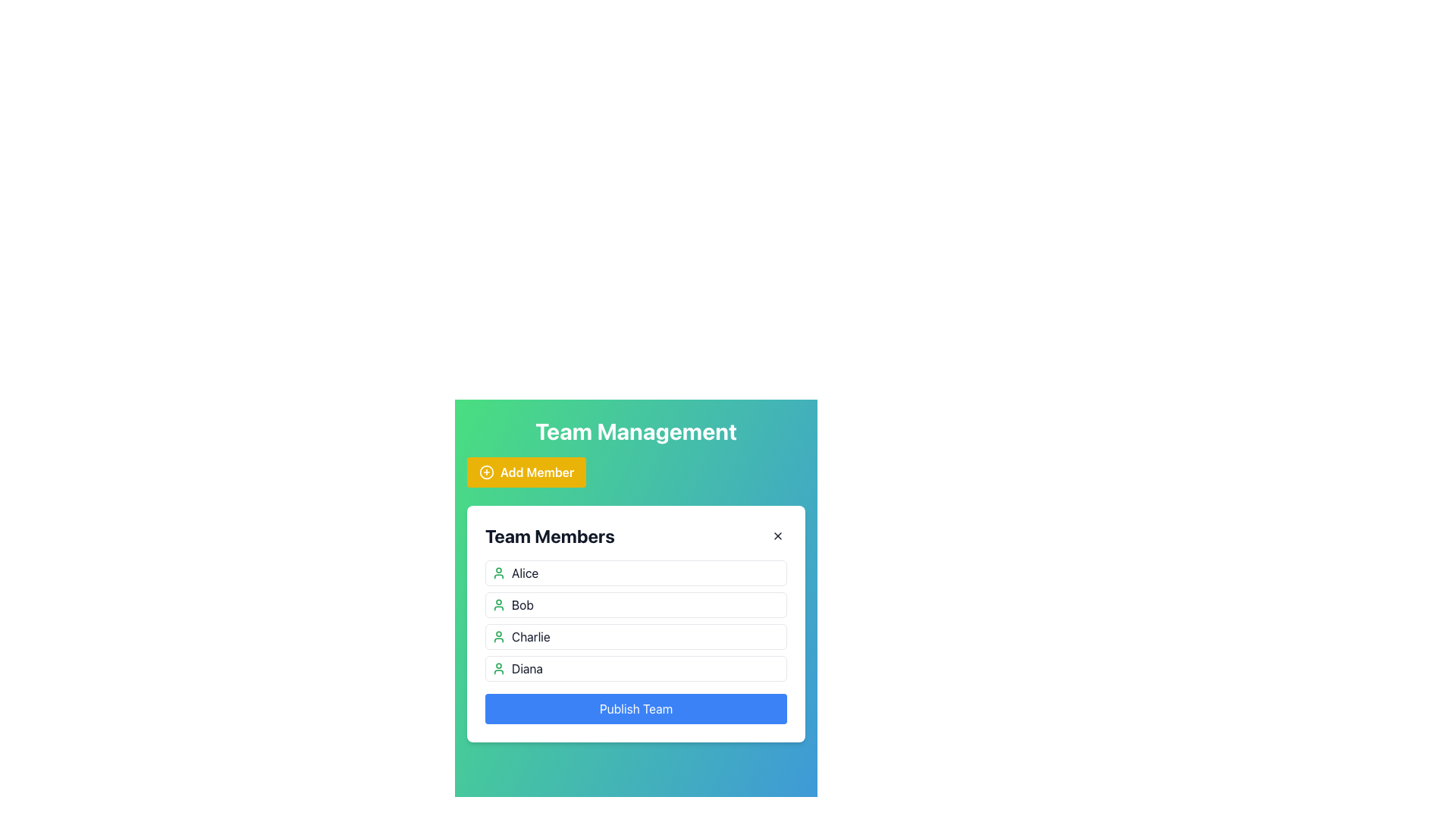 The height and width of the screenshot is (819, 1456). I want to click on a selectable item, so click(636, 620).